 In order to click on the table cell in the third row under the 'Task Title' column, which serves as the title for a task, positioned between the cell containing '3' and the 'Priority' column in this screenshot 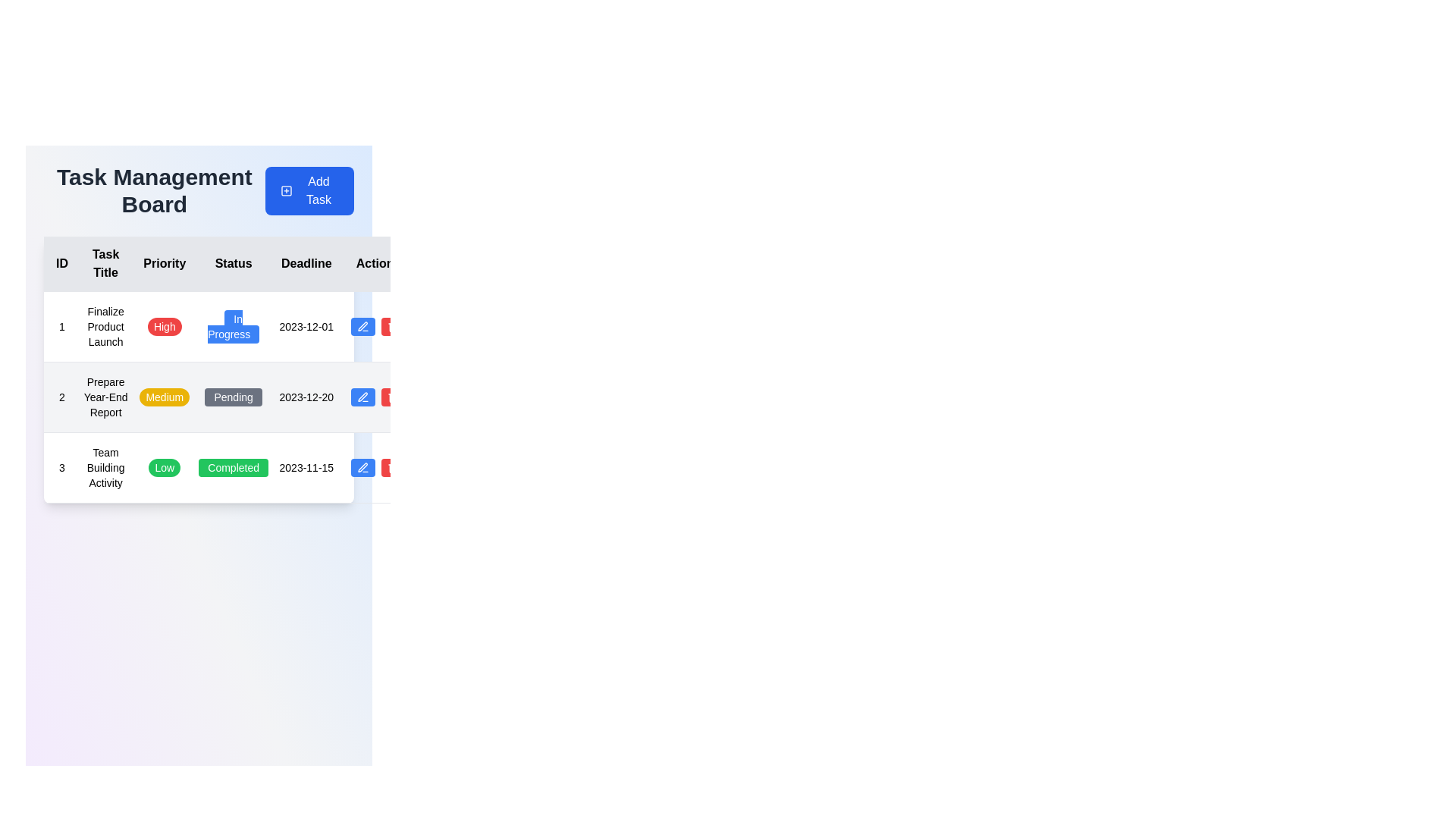, I will do `click(105, 467)`.